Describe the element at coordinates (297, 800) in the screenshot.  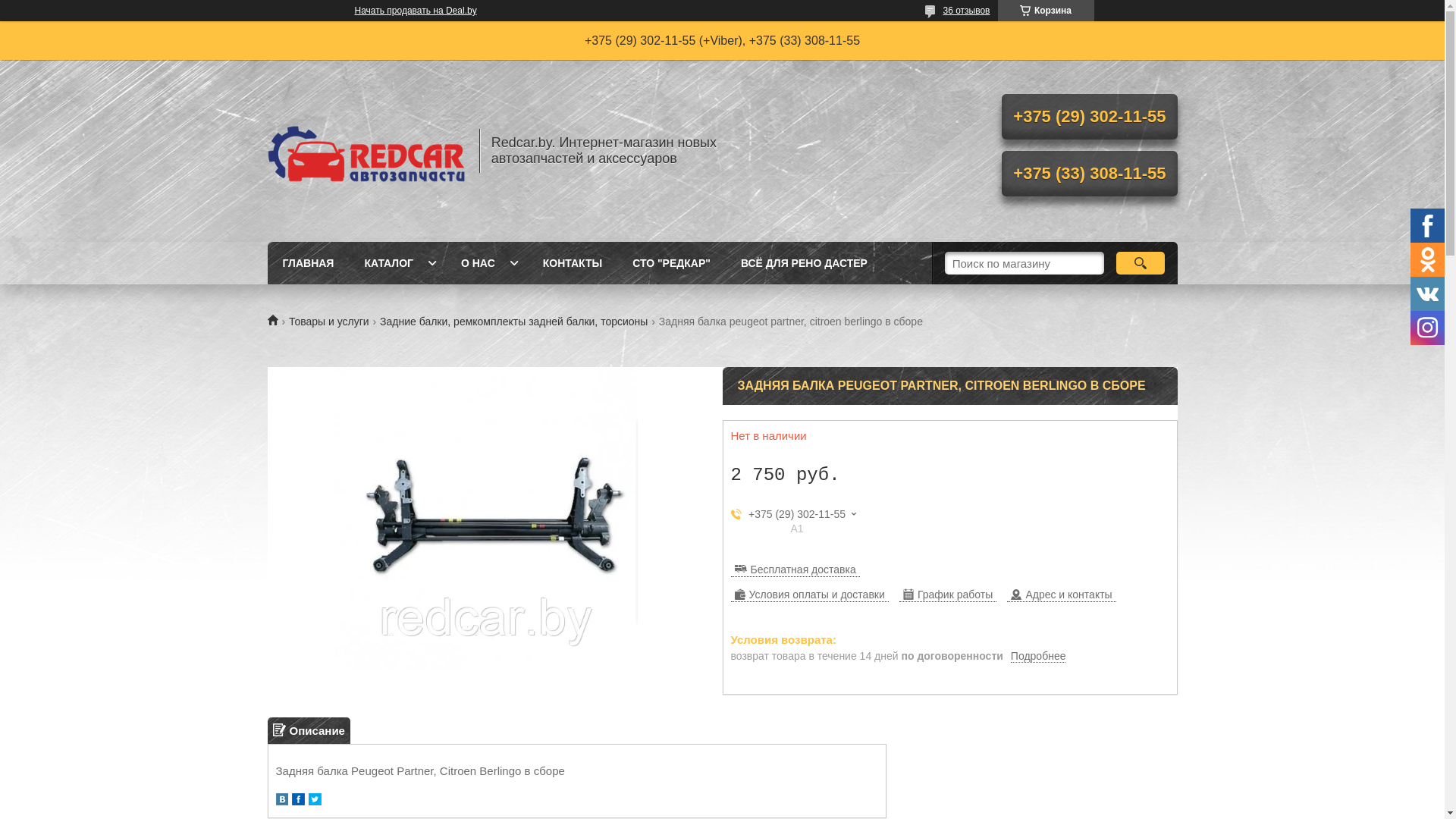
I see `'facebook'` at that location.